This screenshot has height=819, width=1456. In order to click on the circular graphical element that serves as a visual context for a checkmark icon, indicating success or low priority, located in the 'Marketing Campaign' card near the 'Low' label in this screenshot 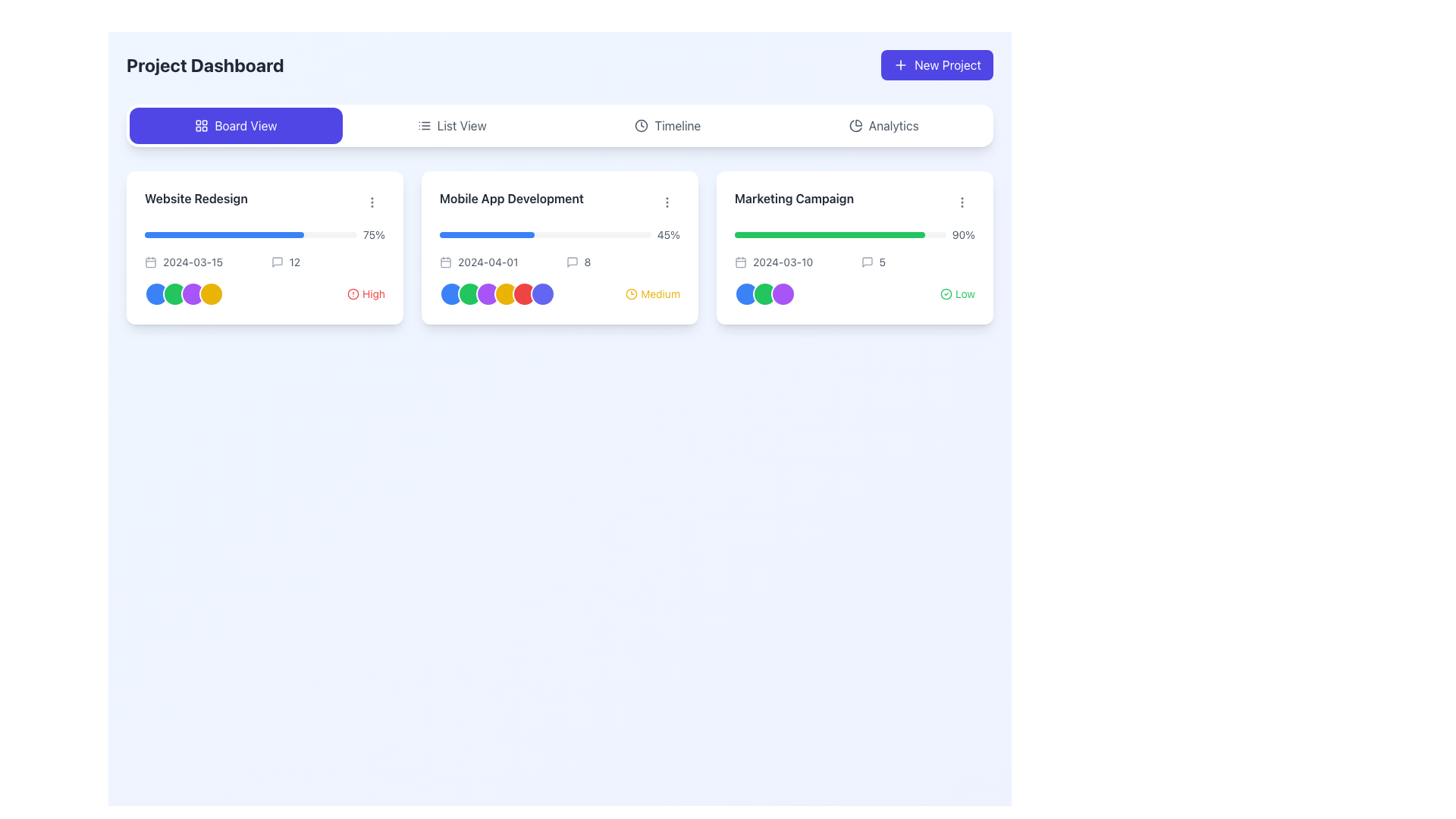, I will do `click(946, 294)`.